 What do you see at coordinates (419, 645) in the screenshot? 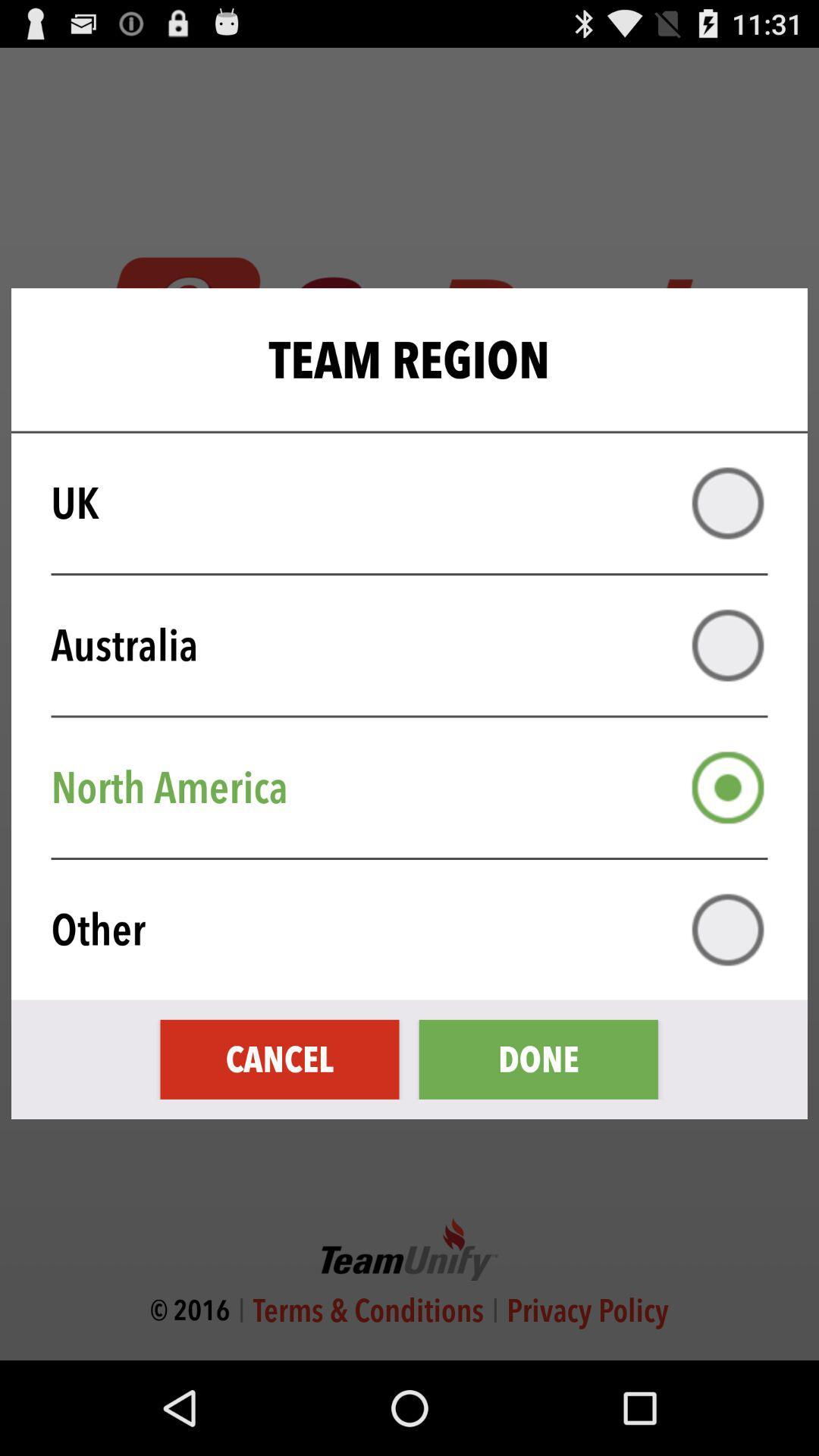
I see `australia` at bounding box center [419, 645].